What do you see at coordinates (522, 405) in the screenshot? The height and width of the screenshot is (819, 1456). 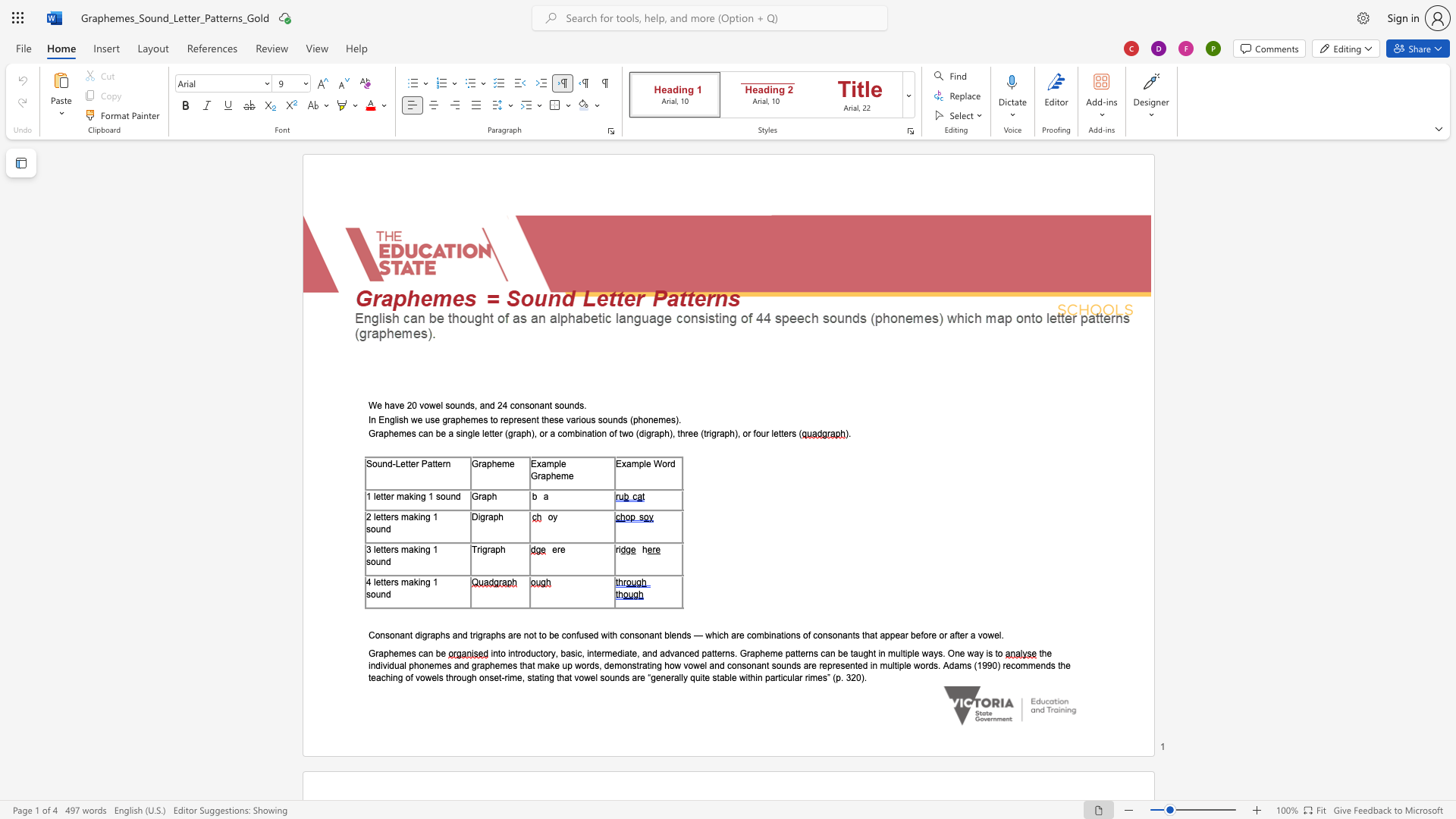 I see `the 3th character "n" in the text` at bounding box center [522, 405].